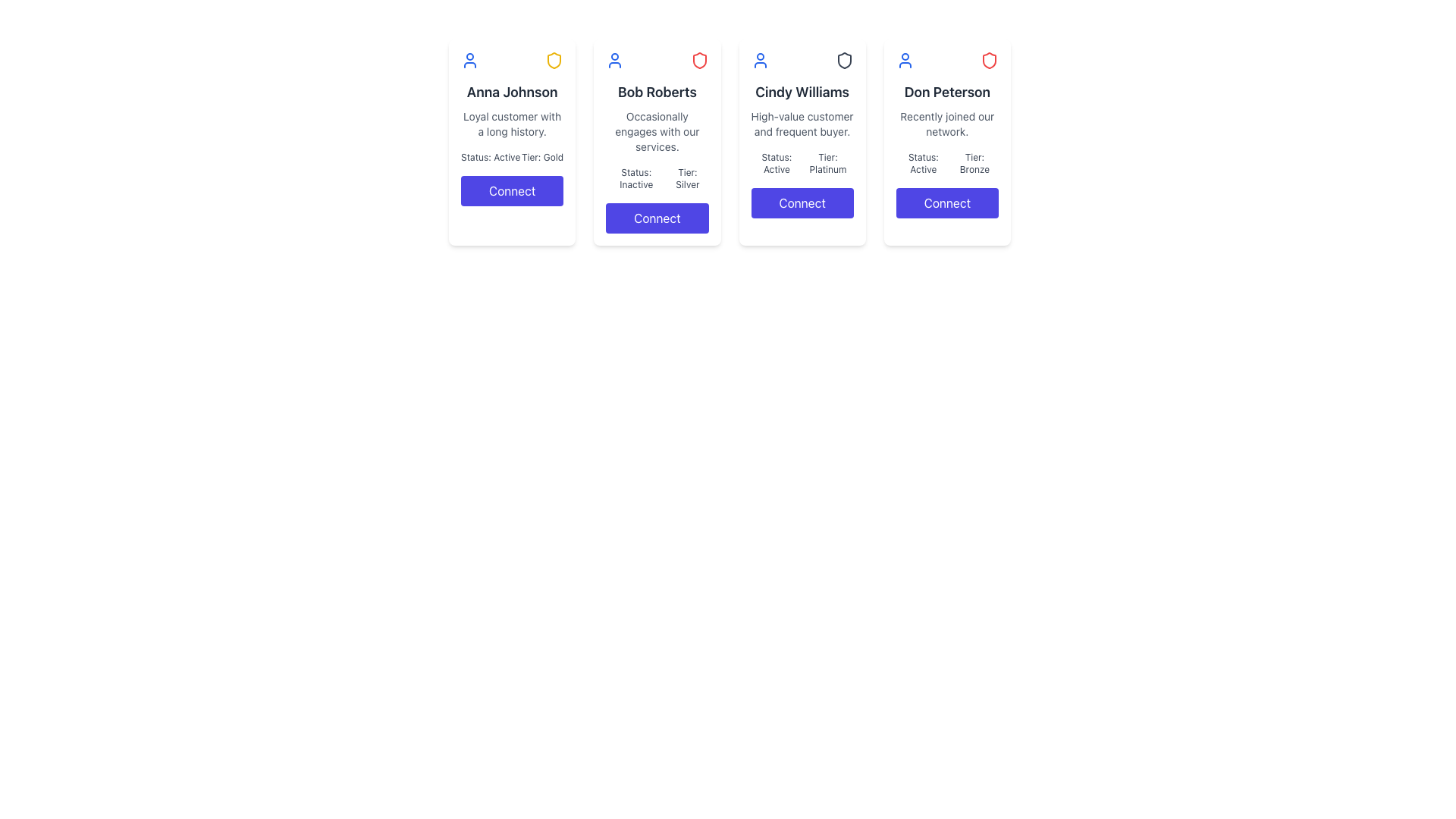 Image resolution: width=1456 pixels, height=819 pixels. What do you see at coordinates (843, 60) in the screenshot?
I see `the status marker icon located in the top right corner of Cindy Williams' user card, which signifies security and trustworthiness` at bounding box center [843, 60].